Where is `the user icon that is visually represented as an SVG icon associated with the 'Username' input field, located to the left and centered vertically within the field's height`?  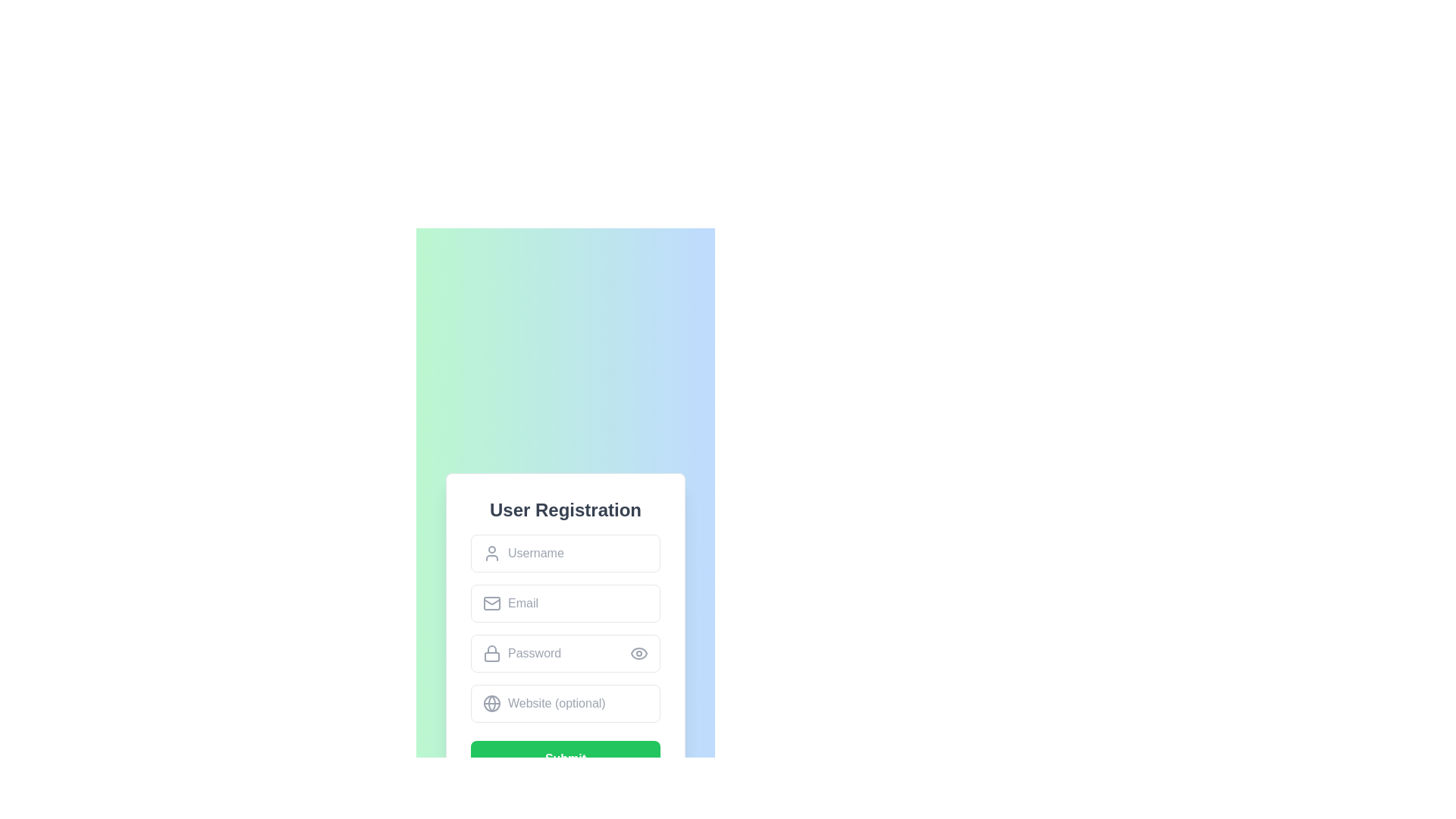
the user icon that is visually represented as an SVG icon associated with the 'Username' input field, located to the left and centered vertically within the field's height is located at coordinates (491, 553).